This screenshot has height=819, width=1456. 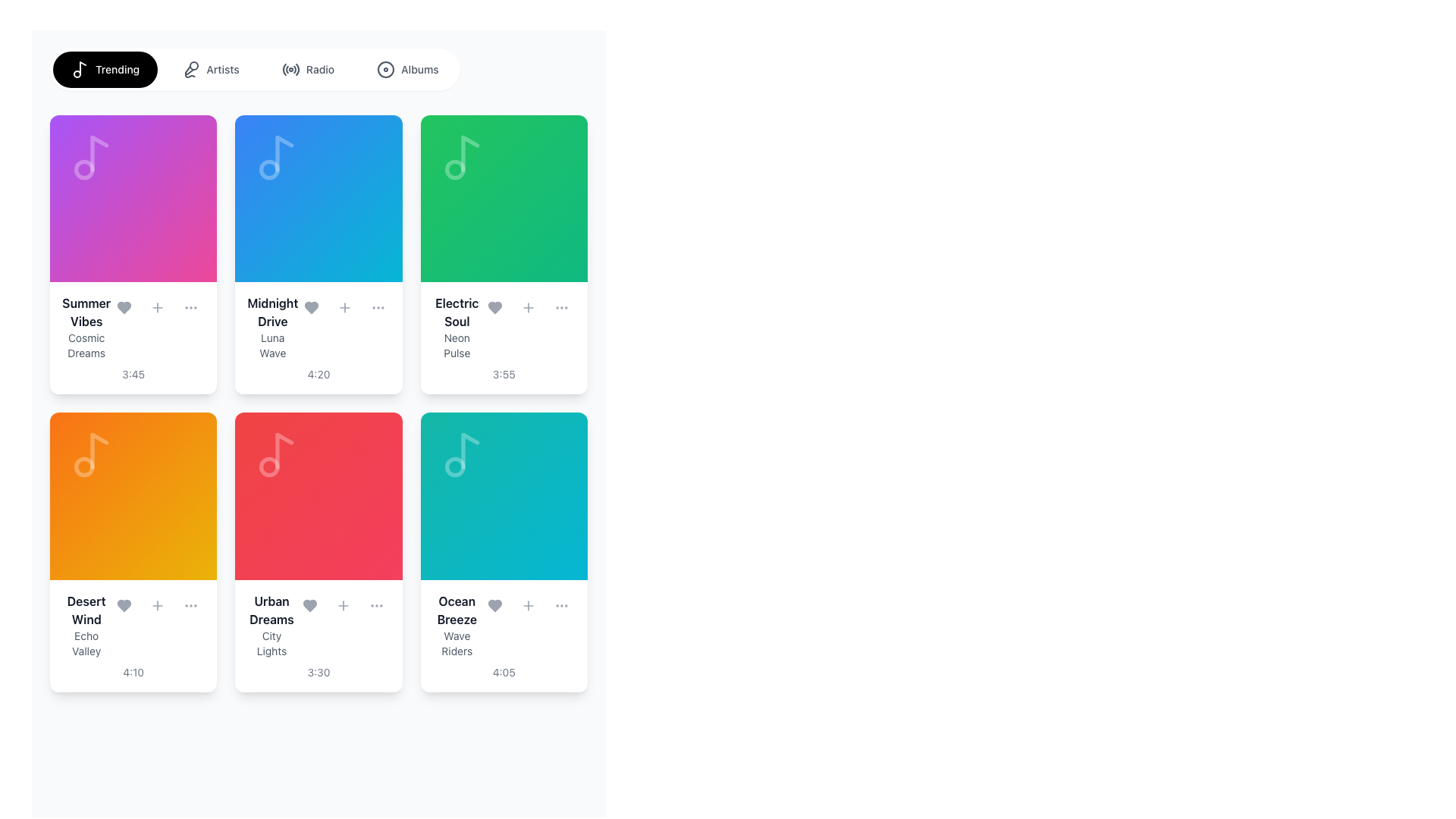 I want to click on the 'Add to Playlist' button located adjacent to the heart-shaped button in the second card under the title 'Midnight Drive', so click(x=344, y=307).